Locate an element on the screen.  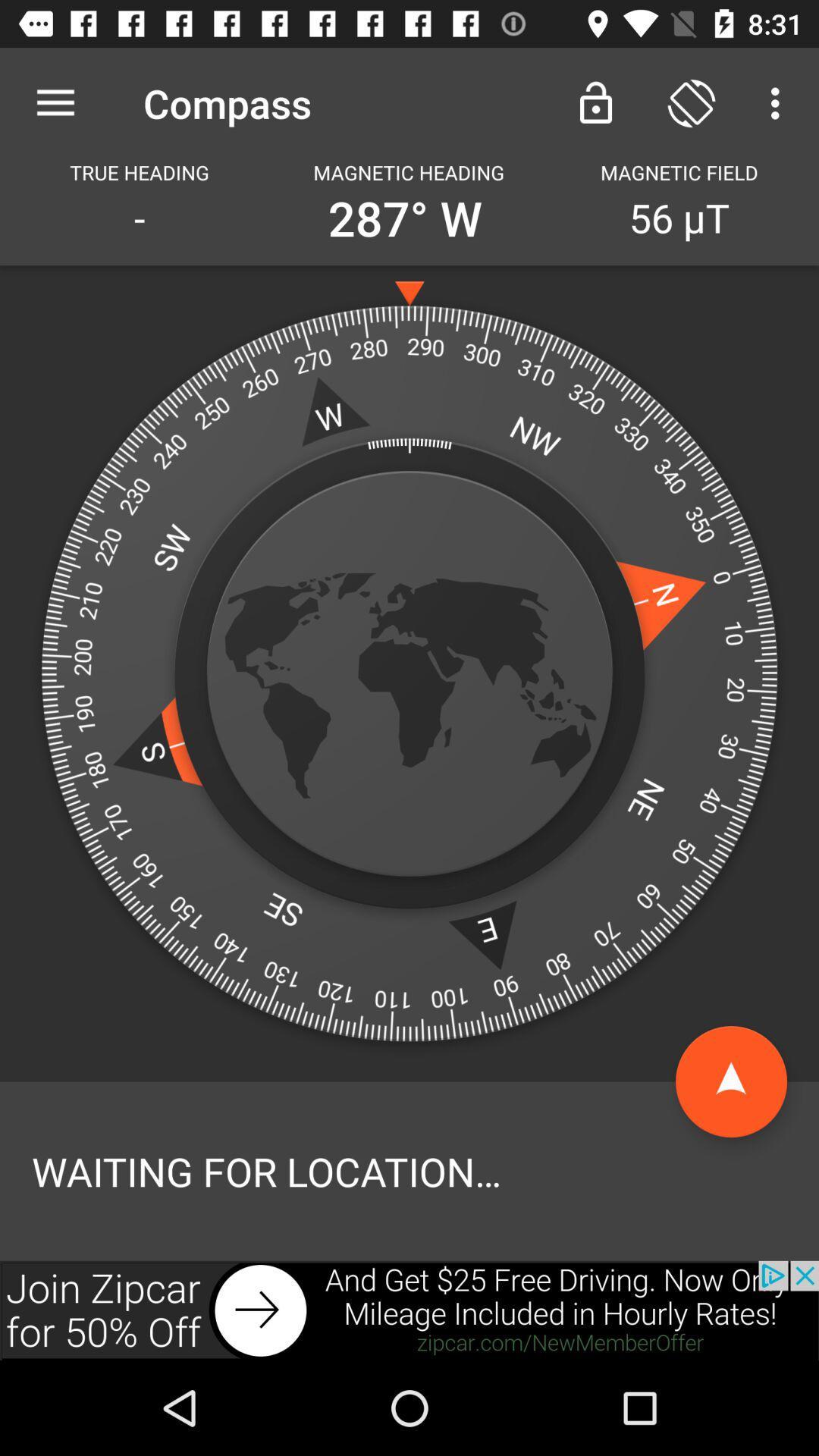
click on advertisement is located at coordinates (409, 1310).